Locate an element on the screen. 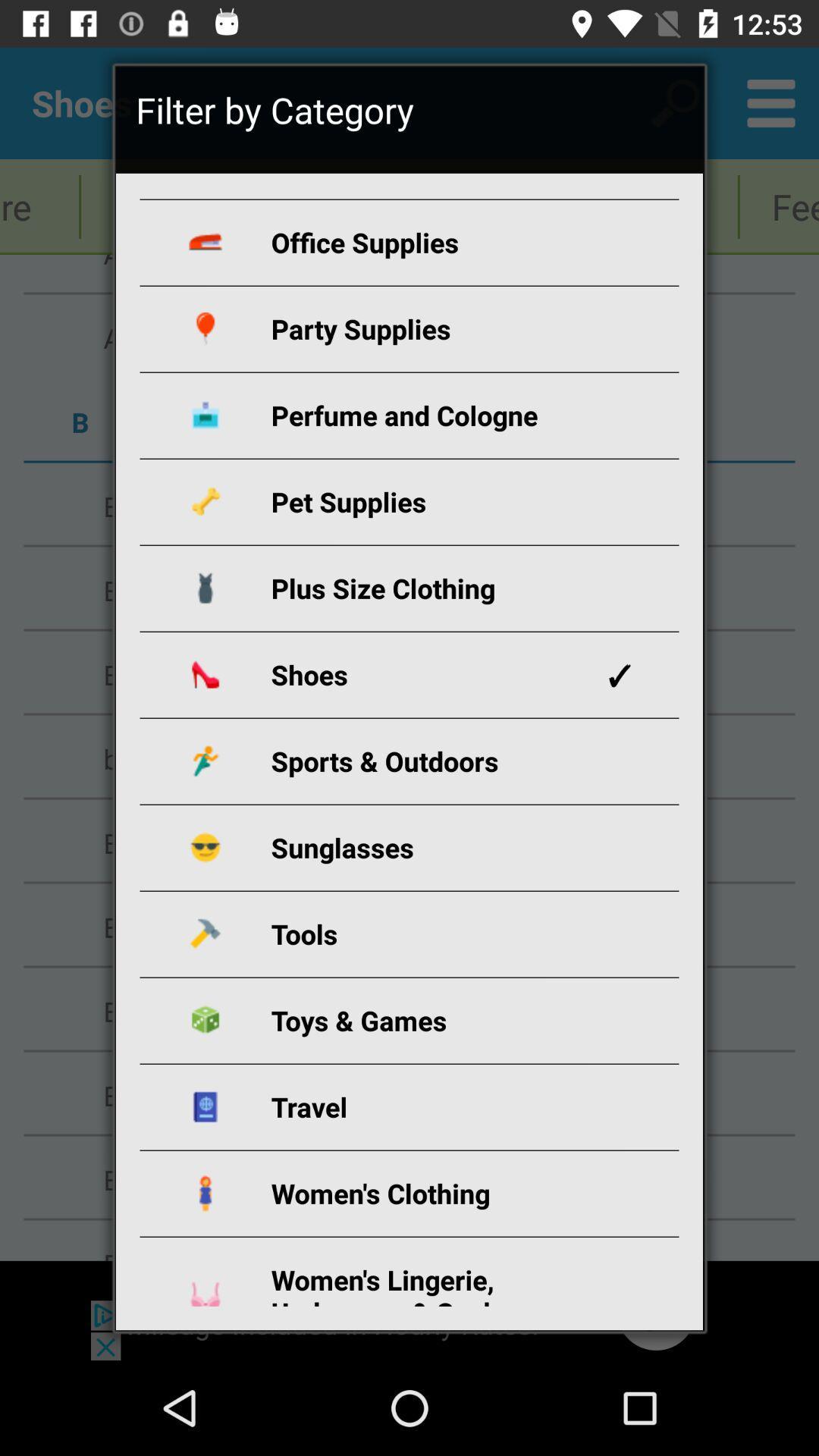 The image size is (819, 1456). app above sports & outdoors app is located at coordinates (427, 673).